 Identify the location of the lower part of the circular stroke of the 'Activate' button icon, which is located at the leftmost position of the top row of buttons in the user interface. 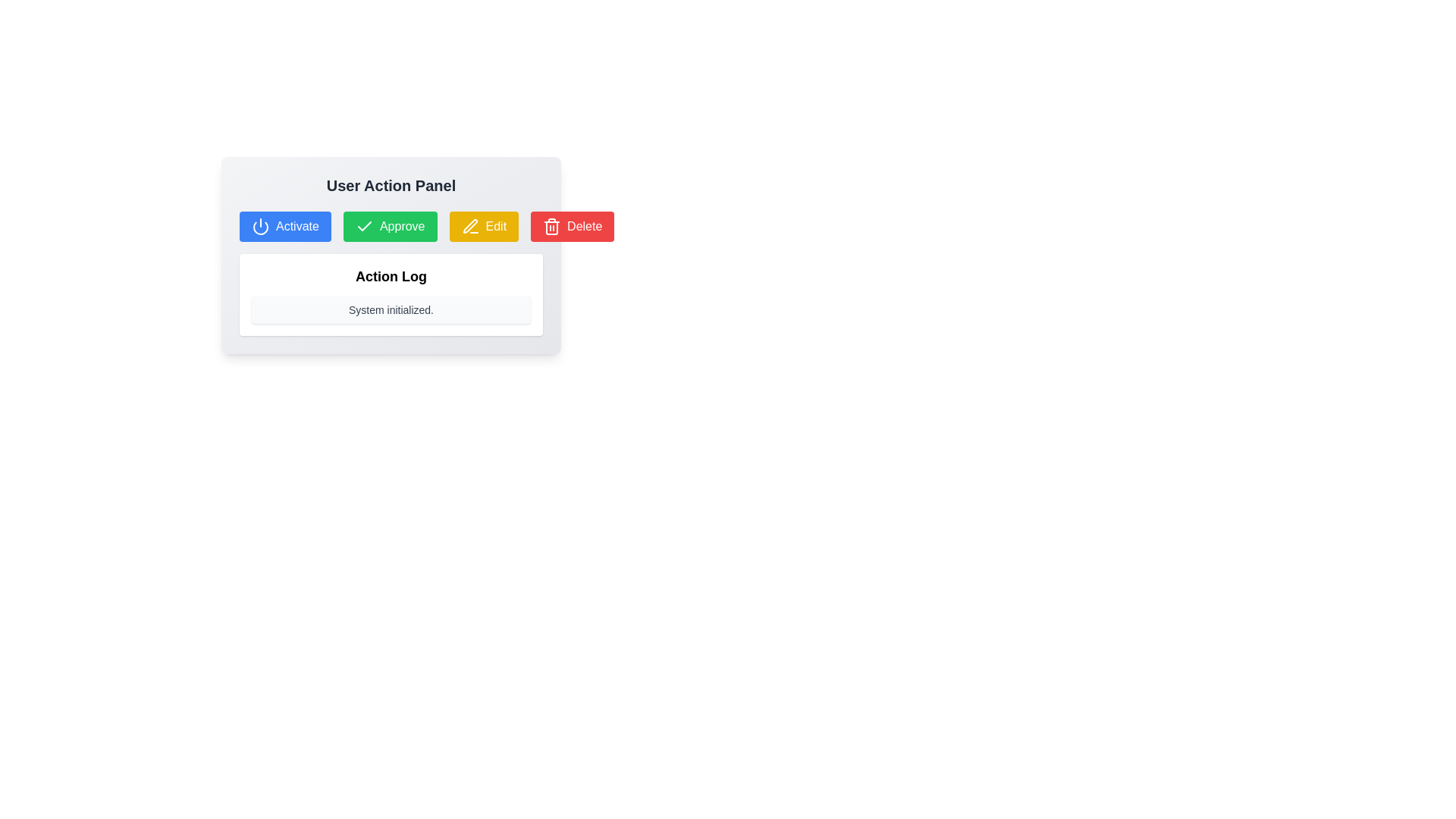
(261, 228).